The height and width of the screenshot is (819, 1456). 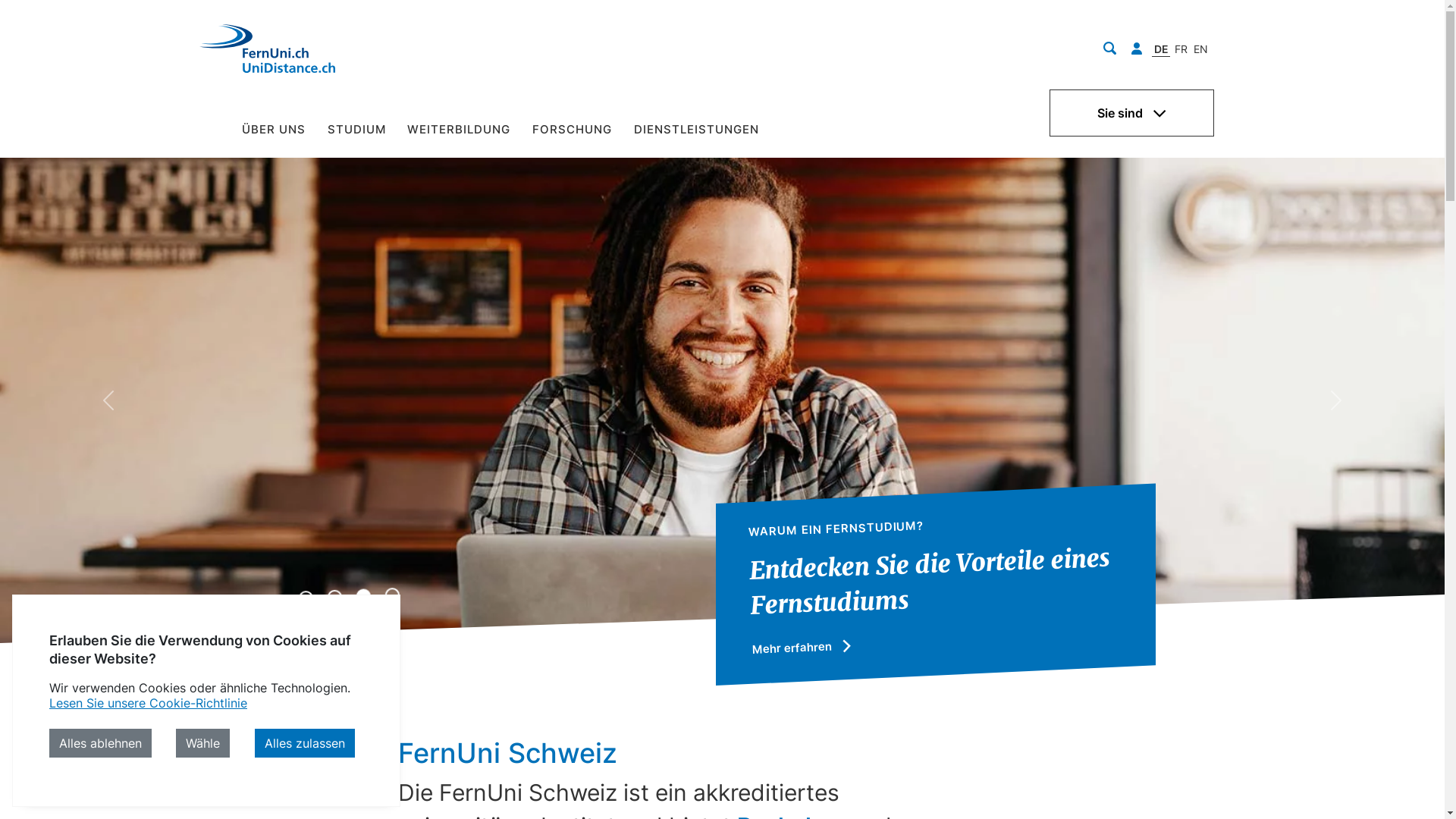 I want to click on 'STUDIUM', so click(x=315, y=133).